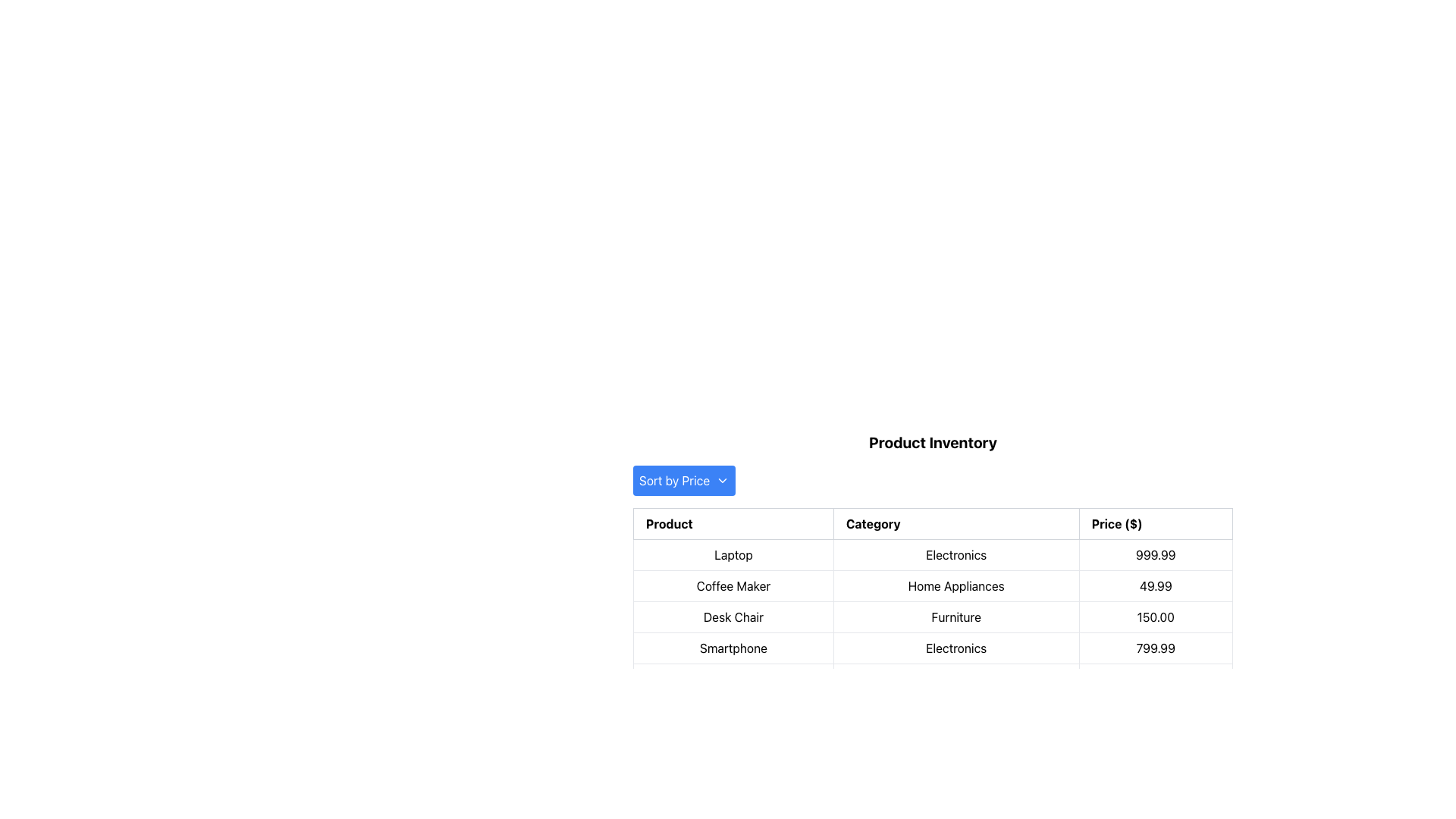 The width and height of the screenshot is (1456, 819). Describe the element at coordinates (932, 617) in the screenshot. I see `the table cell representing the category of the product 'Desk Chair', which is located in the second column of the third row under the 'Product Inventory' heading` at that location.